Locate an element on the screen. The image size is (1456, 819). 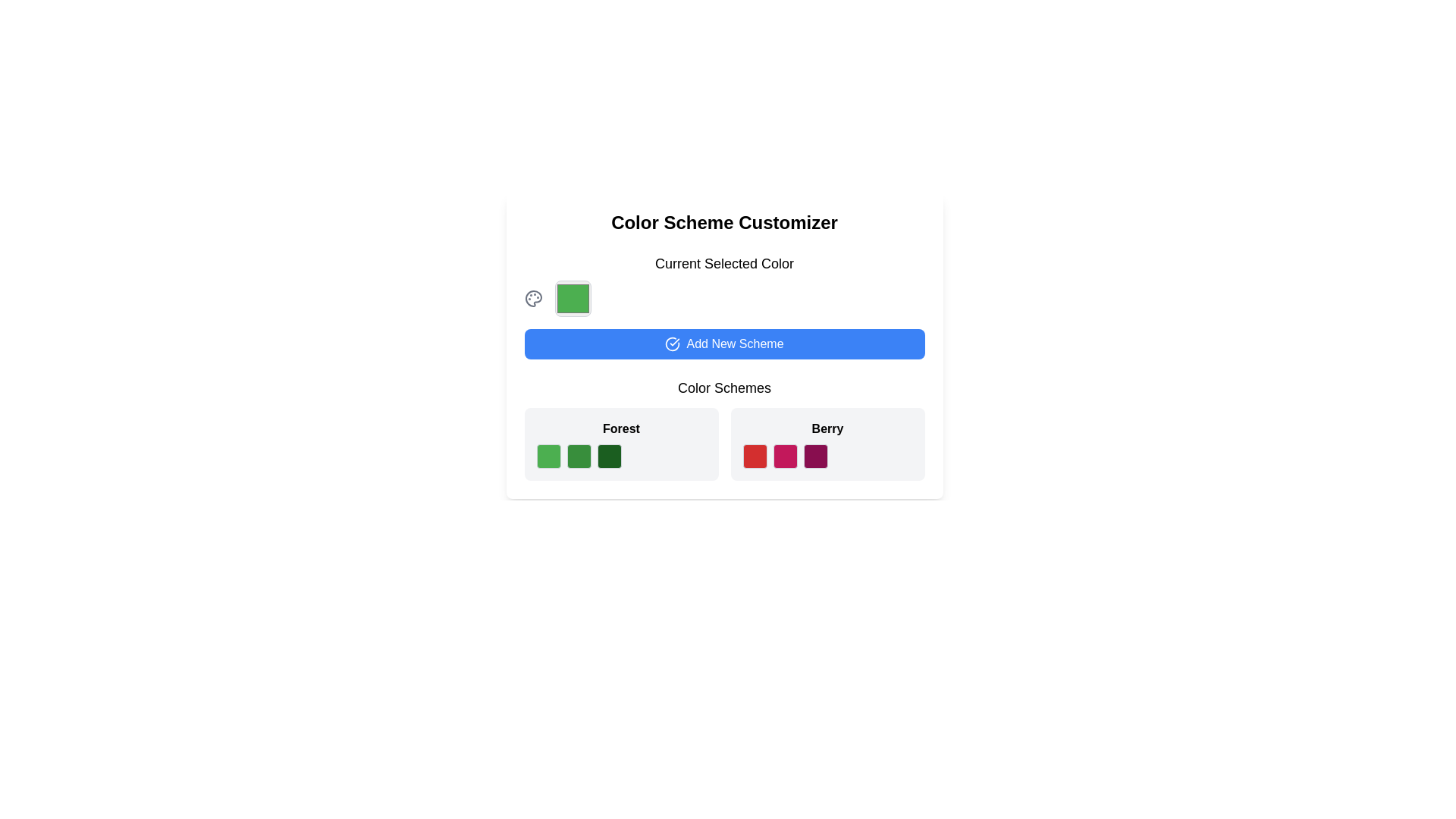
the decorative icon representing the color selection functionality, located to the left of the green square in the color scheme customizer interface is located at coordinates (533, 298).